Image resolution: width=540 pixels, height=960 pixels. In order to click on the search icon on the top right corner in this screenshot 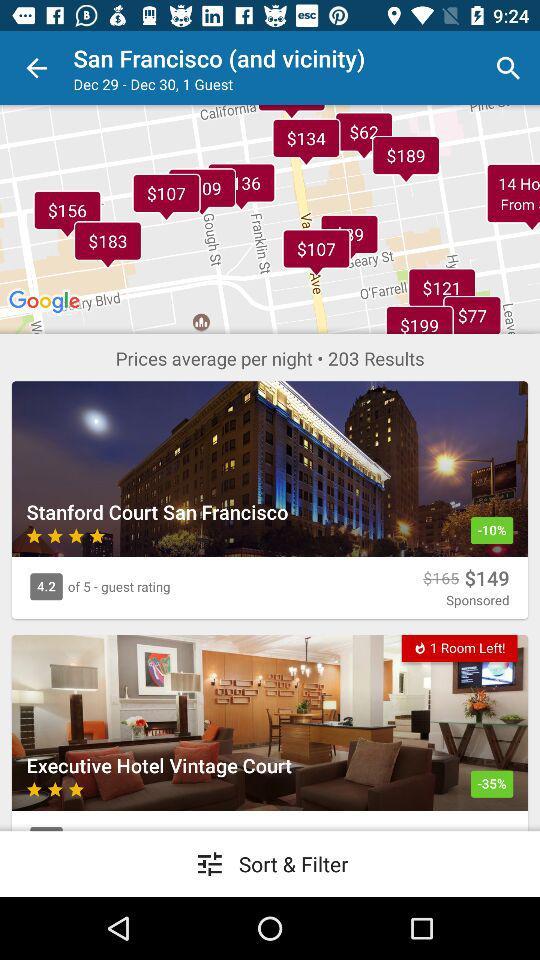, I will do `click(508, 68)`.